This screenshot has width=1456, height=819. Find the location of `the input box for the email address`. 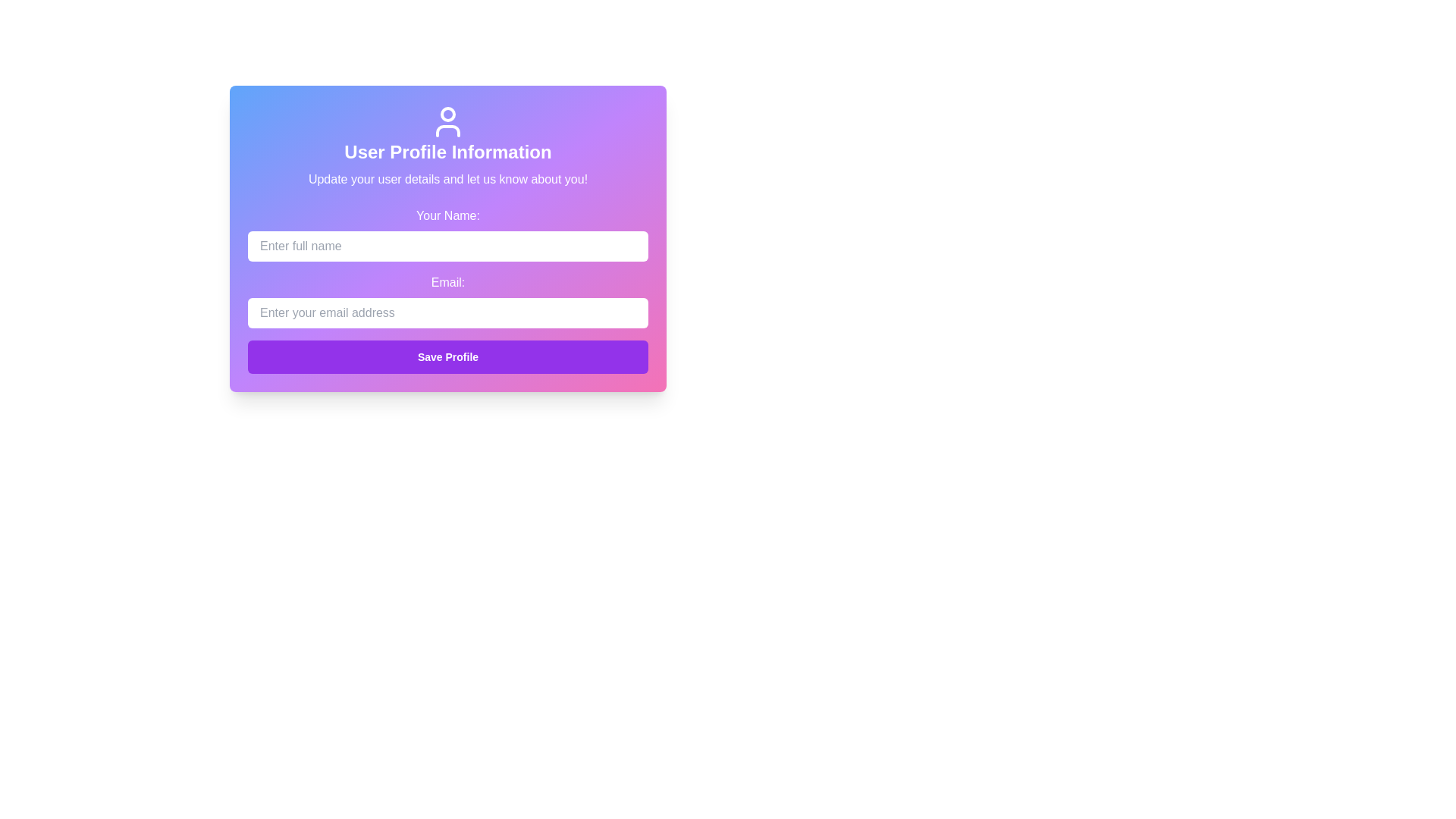

the input box for the email address is located at coordinates (447, 301).